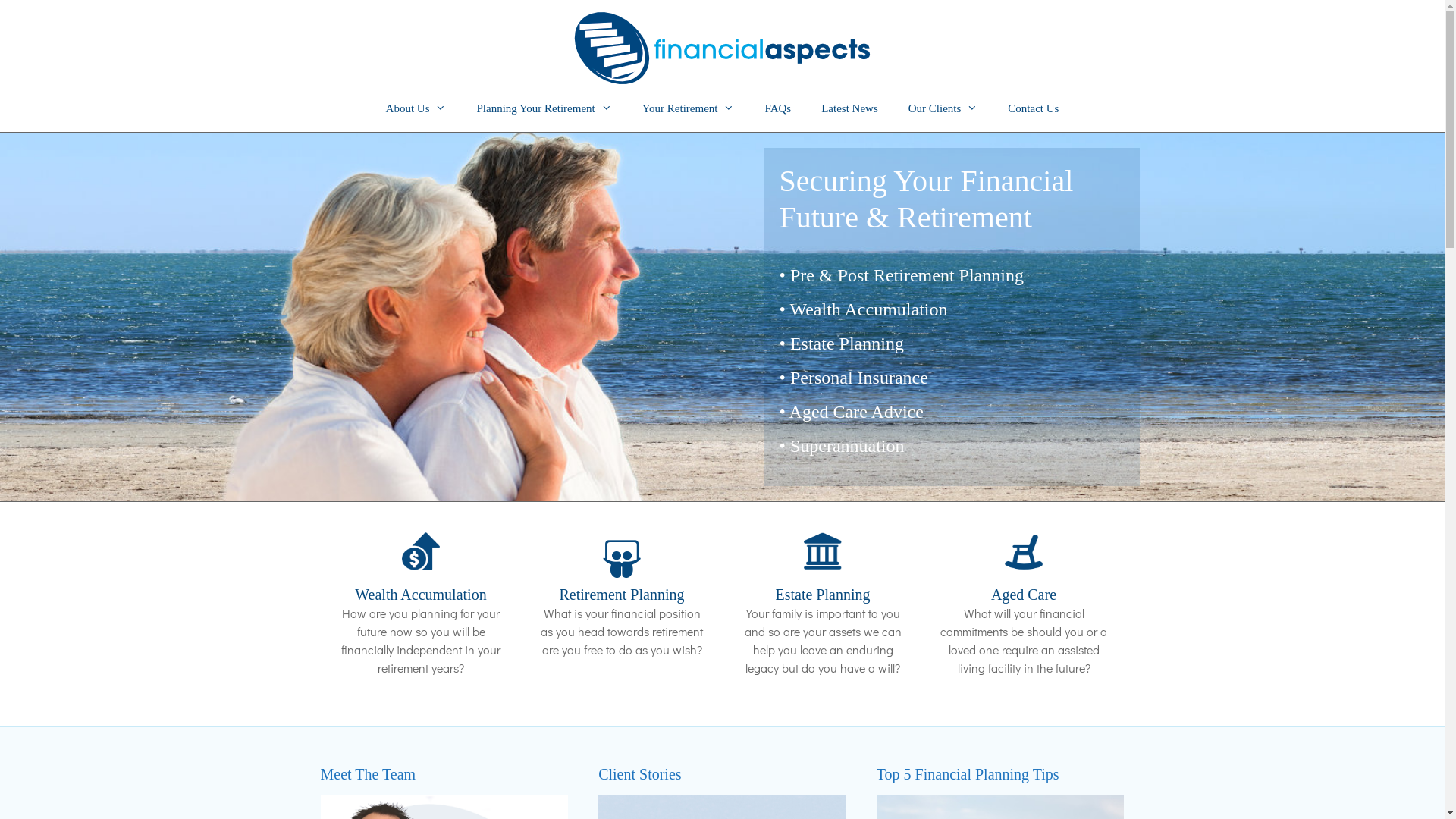  Describe the element at coordinates (777, 107) in the screenshot. I see `'FAQs'` at that location.